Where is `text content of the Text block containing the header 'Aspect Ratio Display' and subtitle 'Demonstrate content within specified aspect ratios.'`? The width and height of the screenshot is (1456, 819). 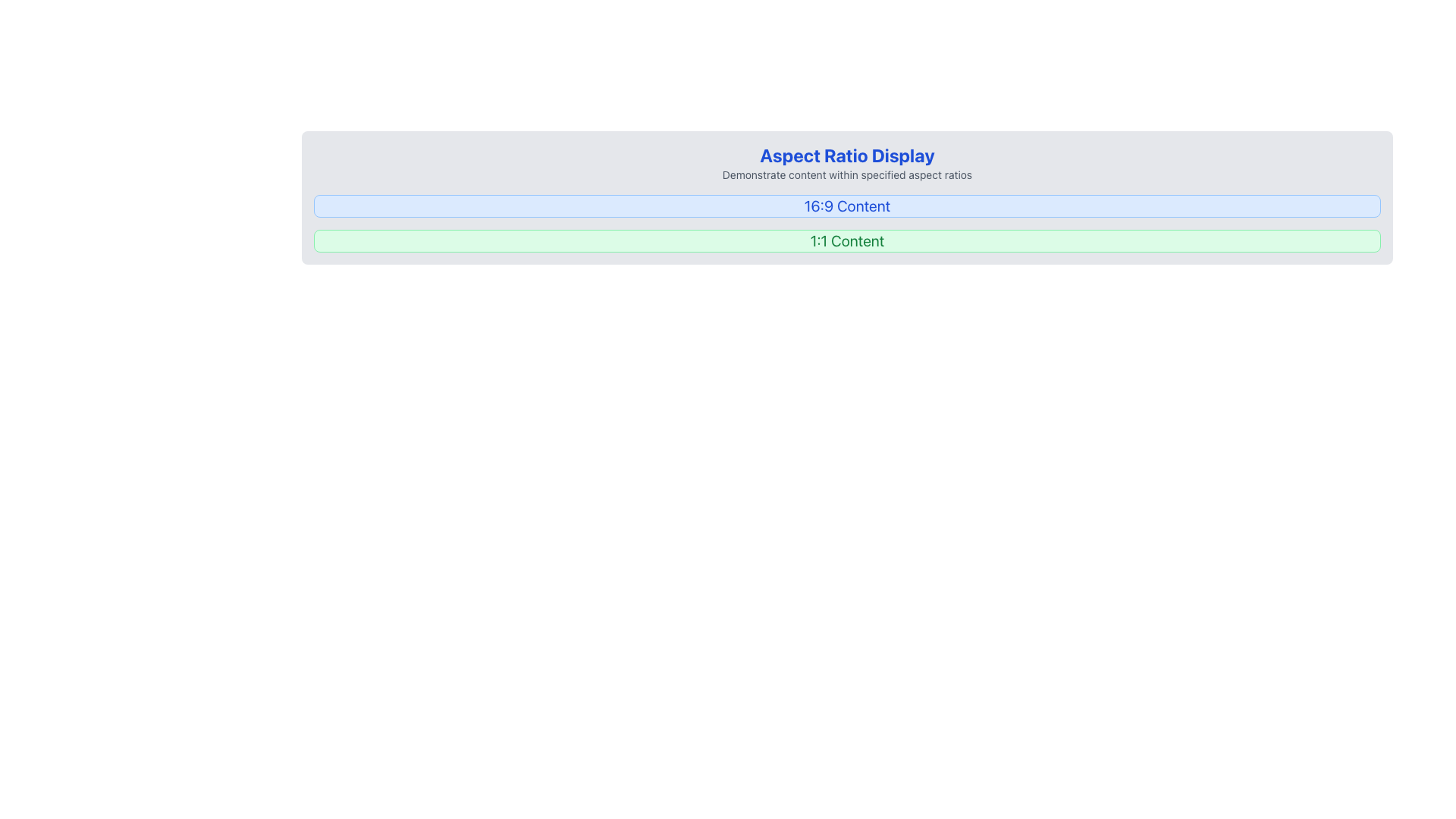
text content of the Text block containing the header 'Aspect Ratio Display' and subtitle 'Demonstrate content within specified aspect ratios.' is located at coordinates (846, 163).